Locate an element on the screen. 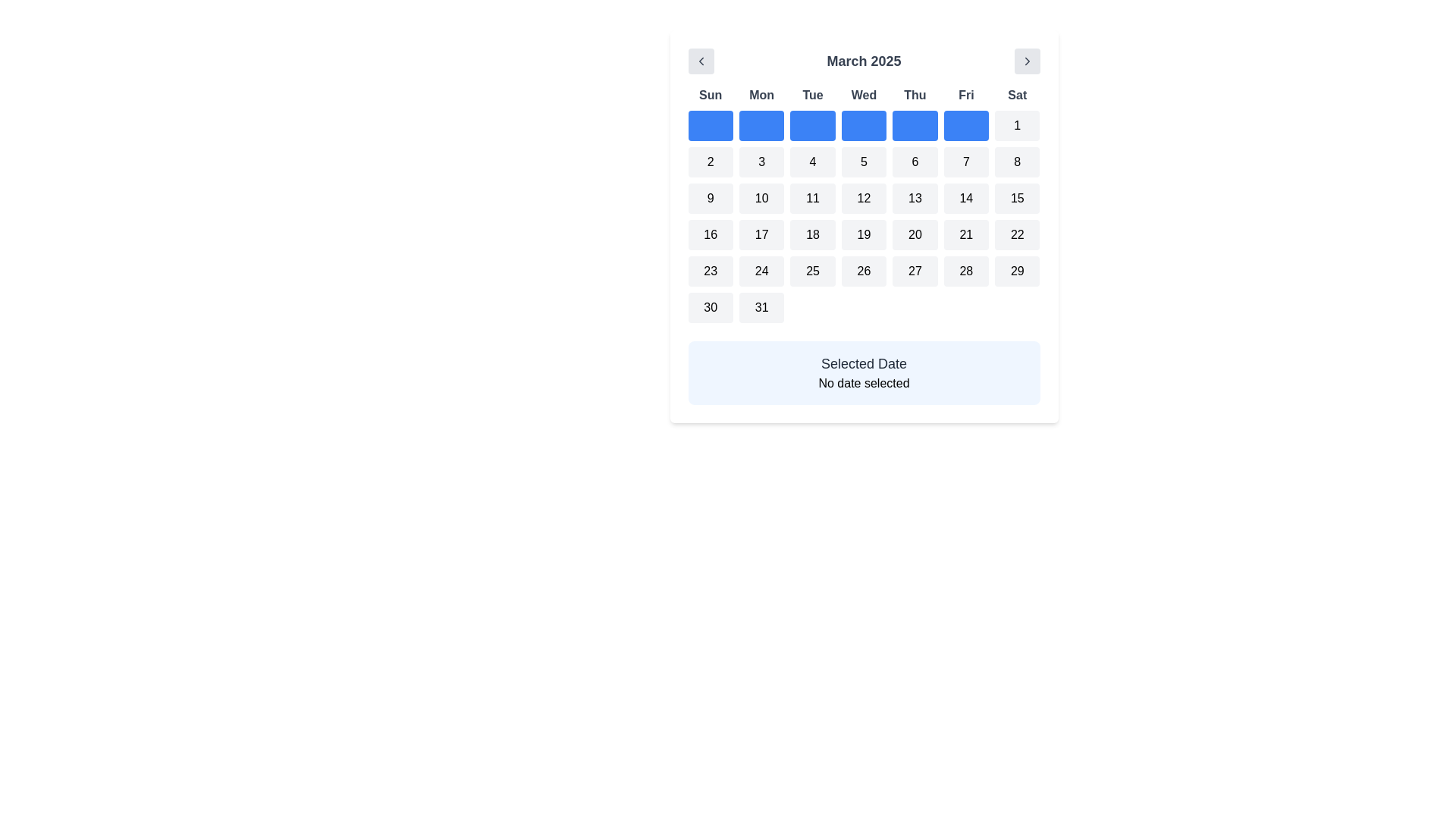 This screenshot has width=1456, height=819. the clickable calendar date item displaying the number '14' is located at coordinates (965, 198).